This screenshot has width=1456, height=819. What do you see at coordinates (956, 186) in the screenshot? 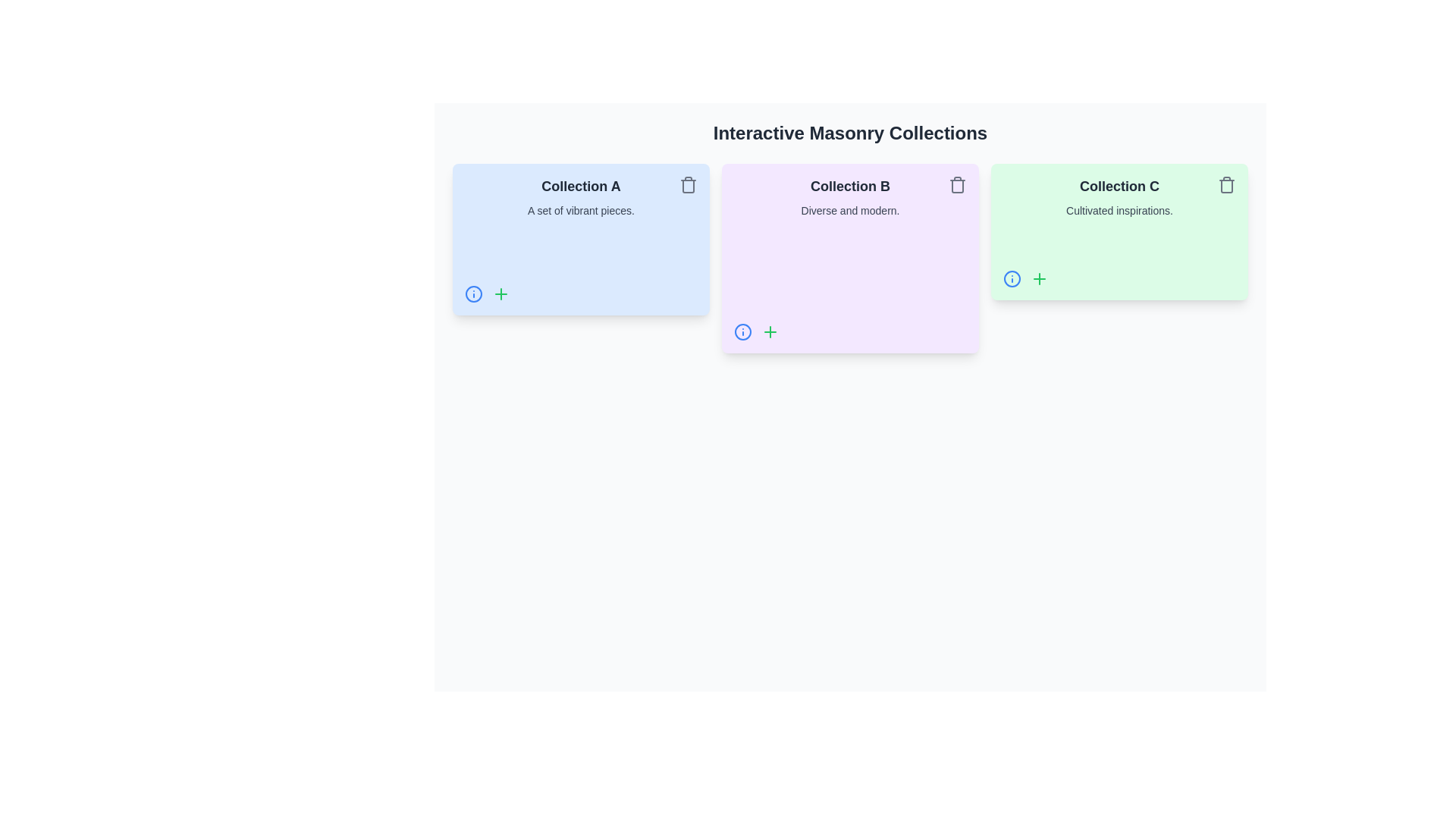
I see `the delete button located in the top-right corner of the card labeled 'Collection B'` at bounding box center [956, 186].